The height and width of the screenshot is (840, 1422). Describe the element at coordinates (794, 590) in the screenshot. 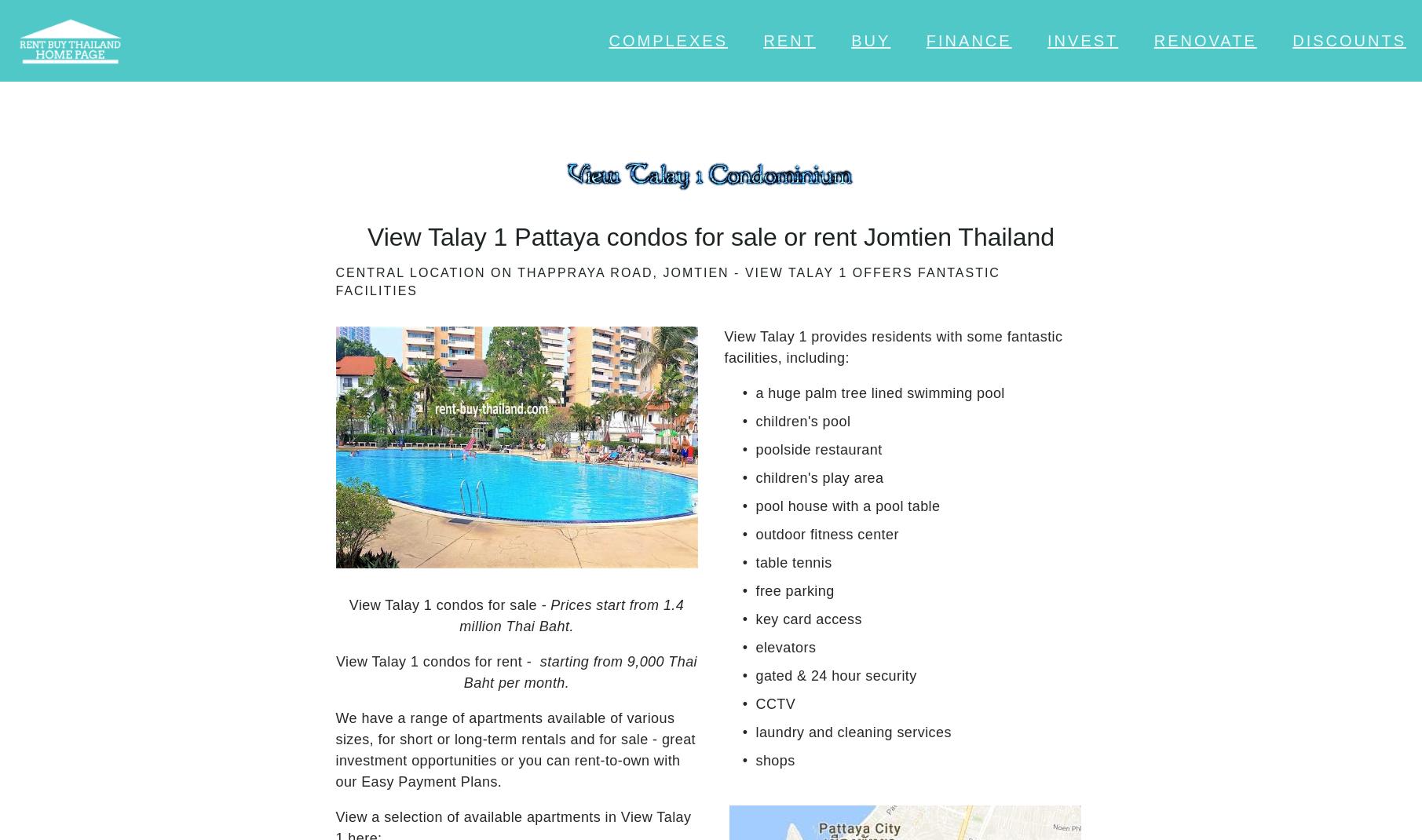

I see `'free parking'` at that location.